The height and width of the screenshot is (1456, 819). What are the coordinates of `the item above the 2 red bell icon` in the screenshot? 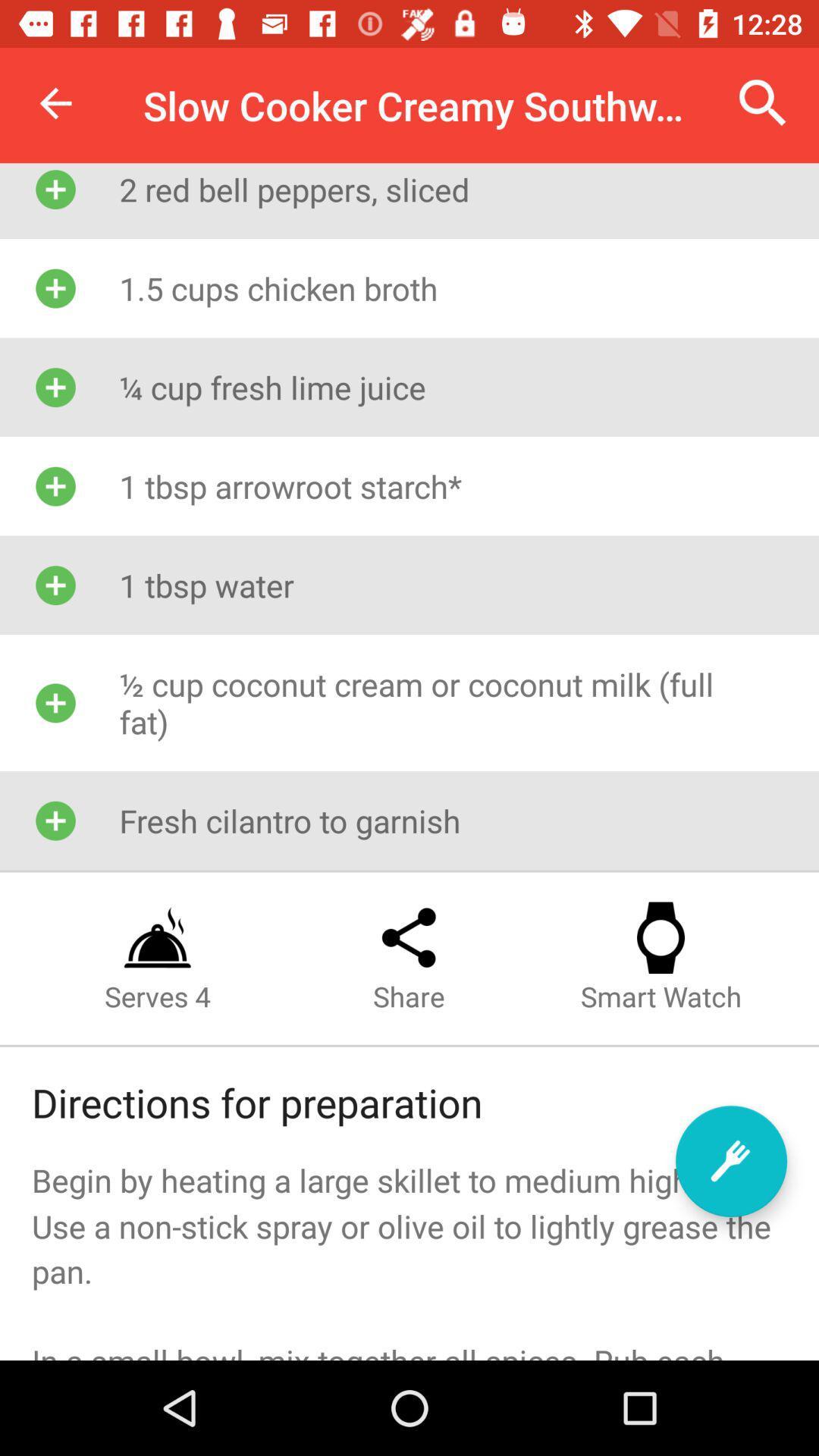 It's located at (763, 102).